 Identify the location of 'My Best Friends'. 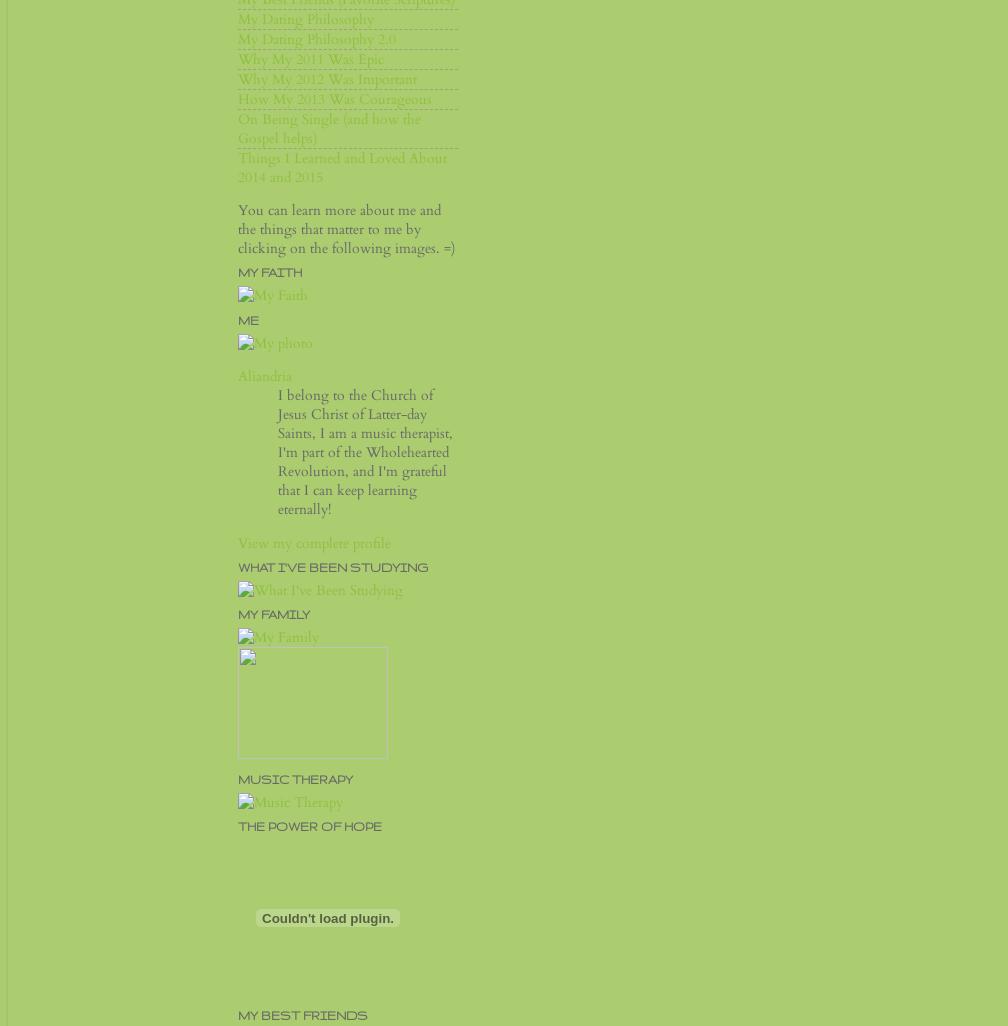
(237, 1014).